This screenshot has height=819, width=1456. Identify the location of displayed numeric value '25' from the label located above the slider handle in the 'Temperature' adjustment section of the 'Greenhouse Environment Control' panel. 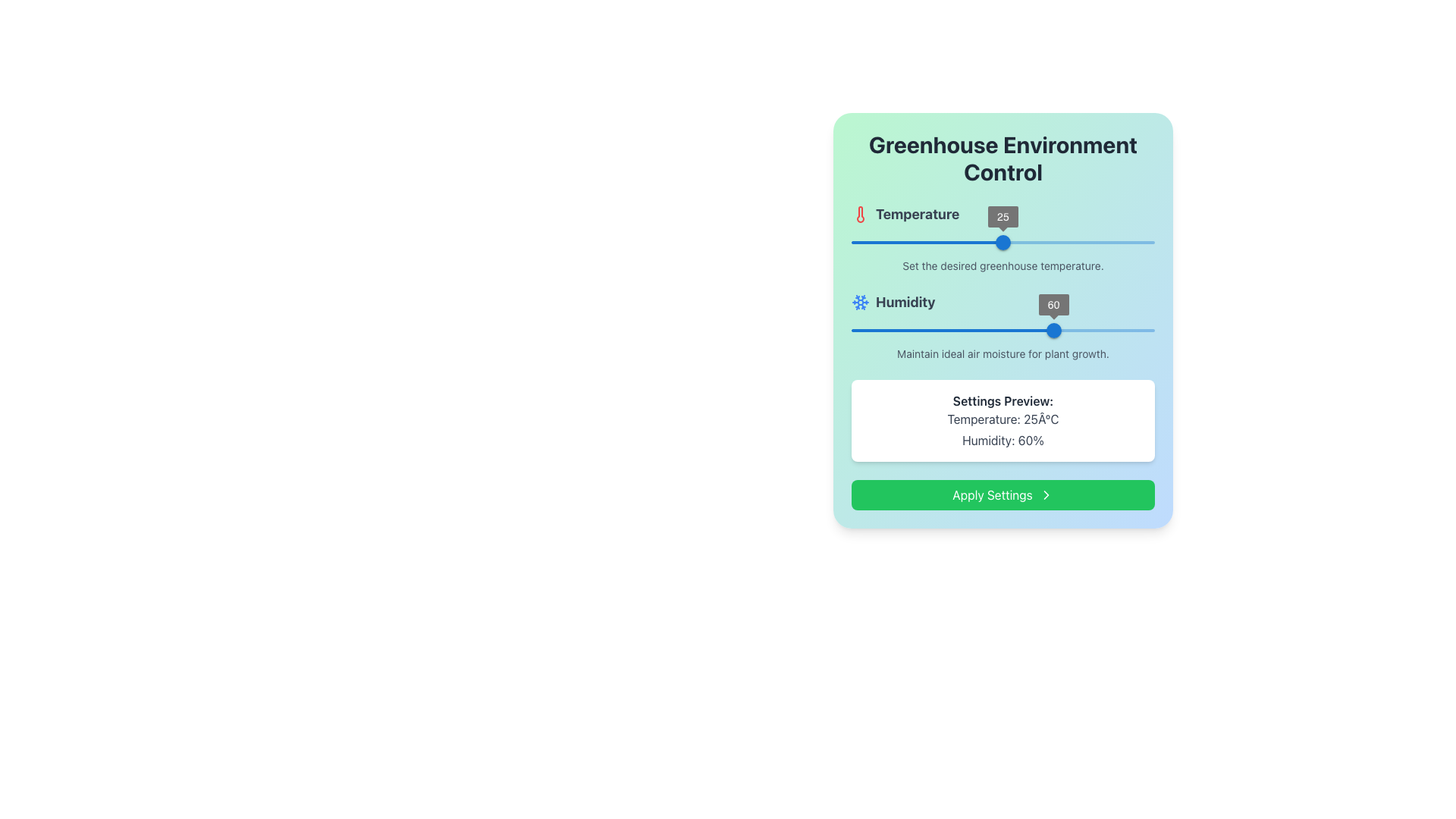
(1003, 216).